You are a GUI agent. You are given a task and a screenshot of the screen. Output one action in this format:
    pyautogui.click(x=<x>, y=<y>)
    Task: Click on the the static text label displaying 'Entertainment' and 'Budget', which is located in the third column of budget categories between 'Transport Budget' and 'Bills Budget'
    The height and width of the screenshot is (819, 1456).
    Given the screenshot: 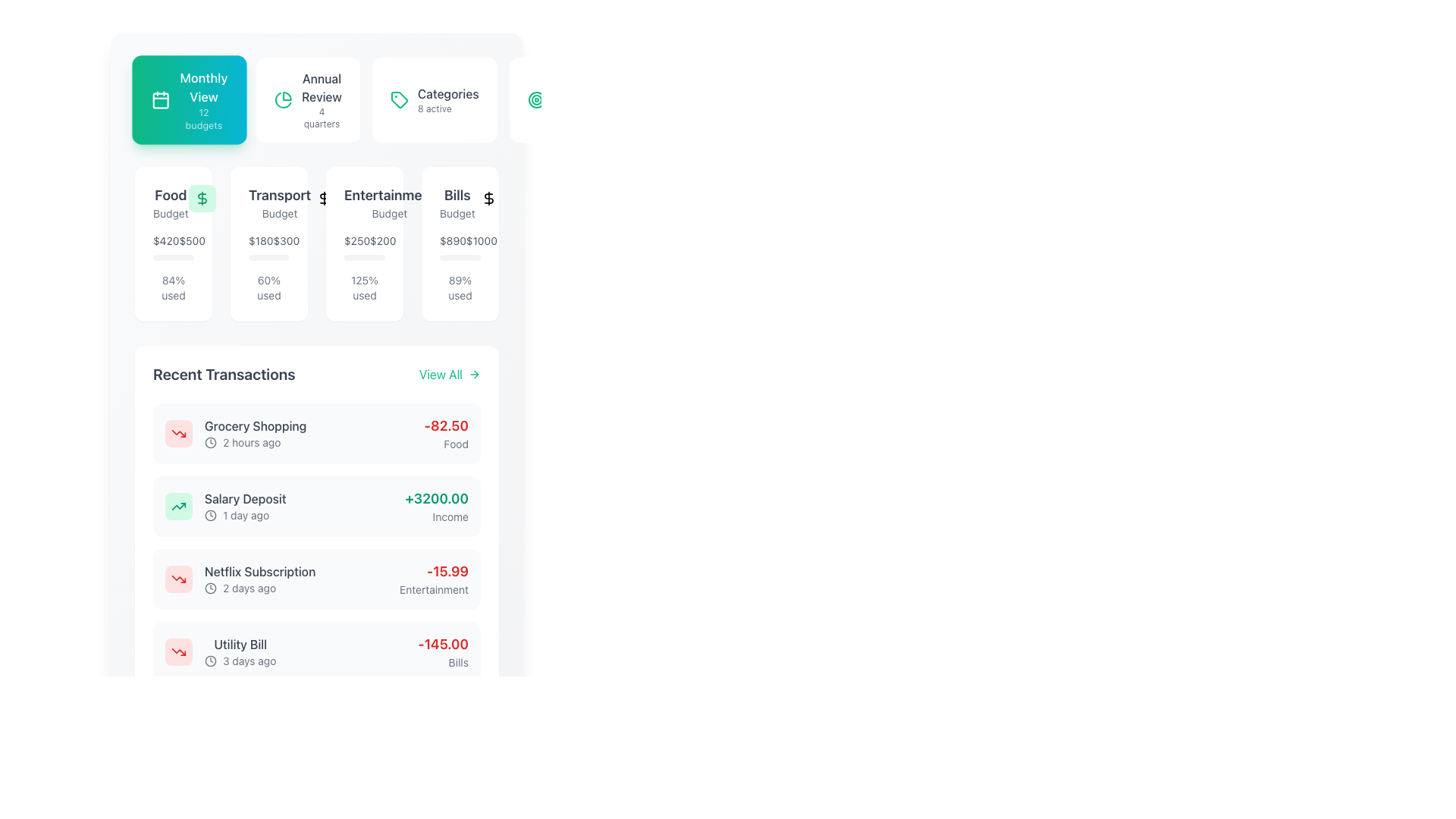 What is the action you would take?
    pyautogui.click(x=364, y=202)
    